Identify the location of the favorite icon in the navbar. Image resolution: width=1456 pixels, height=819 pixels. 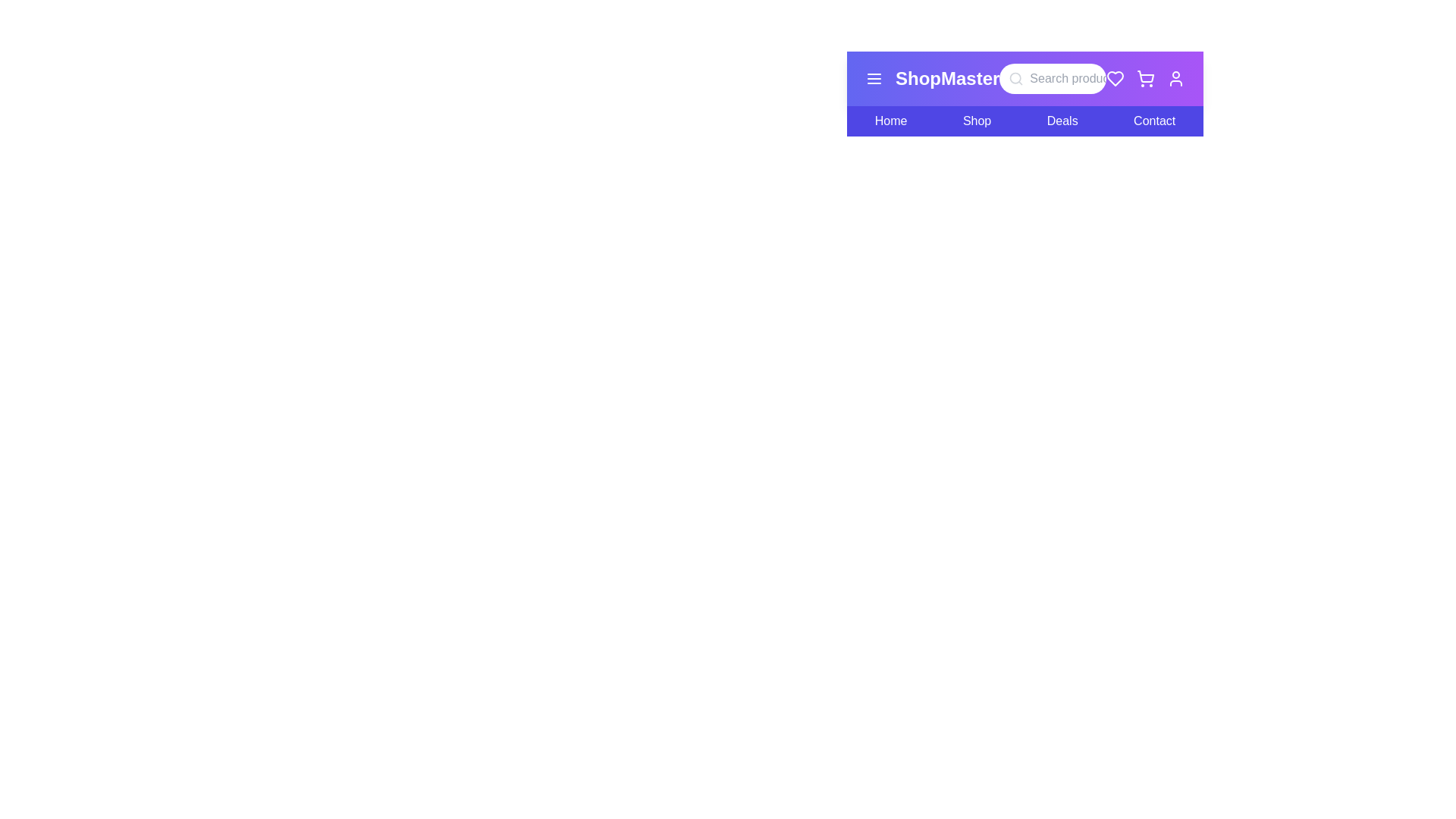
(1115, 79).